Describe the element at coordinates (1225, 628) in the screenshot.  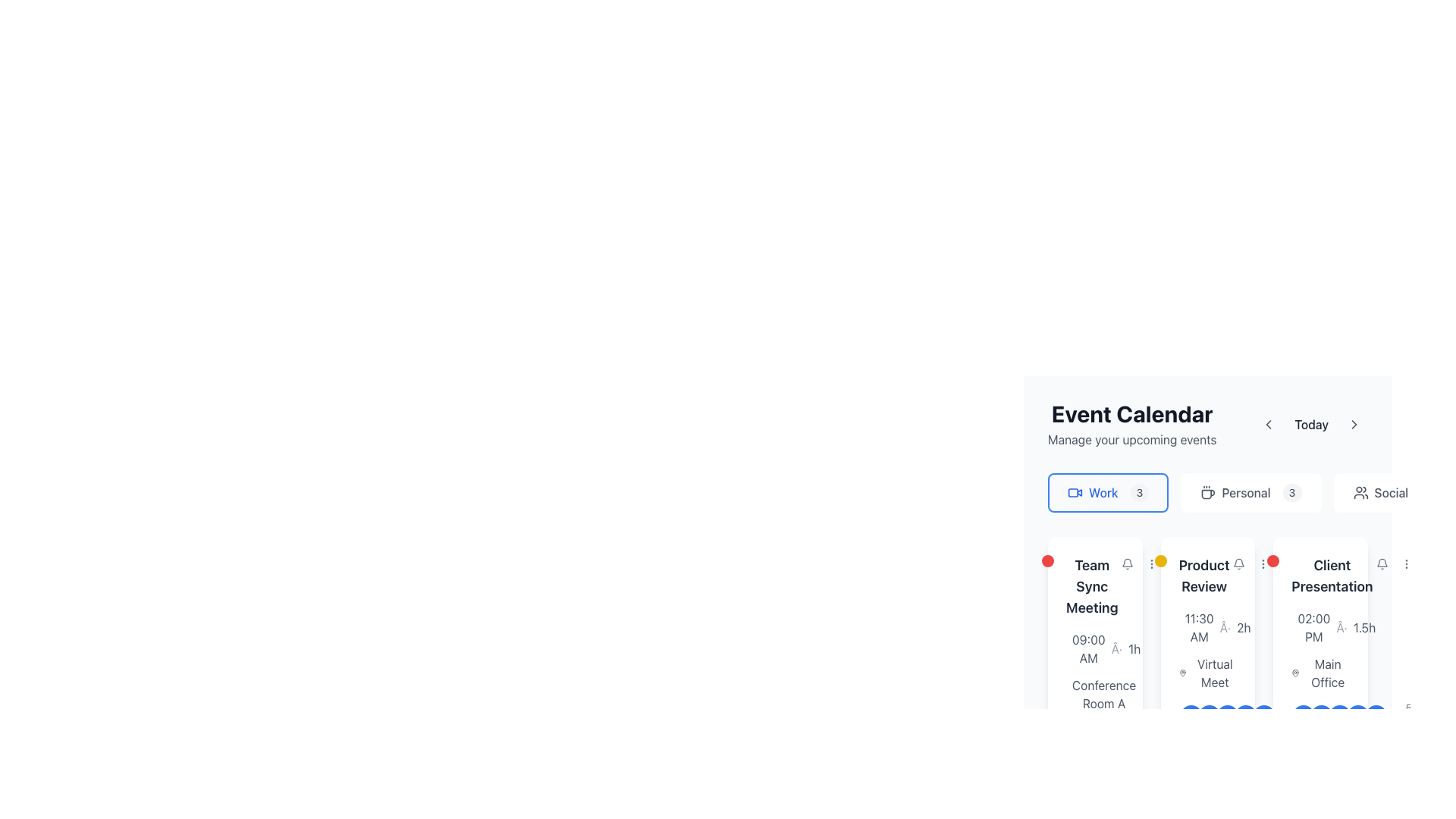
I see `the textual separator or bullet point located in the 'Product Review' event card, positioned between the time text ('11:30 AM') and the duration text ('2h')` at that location.